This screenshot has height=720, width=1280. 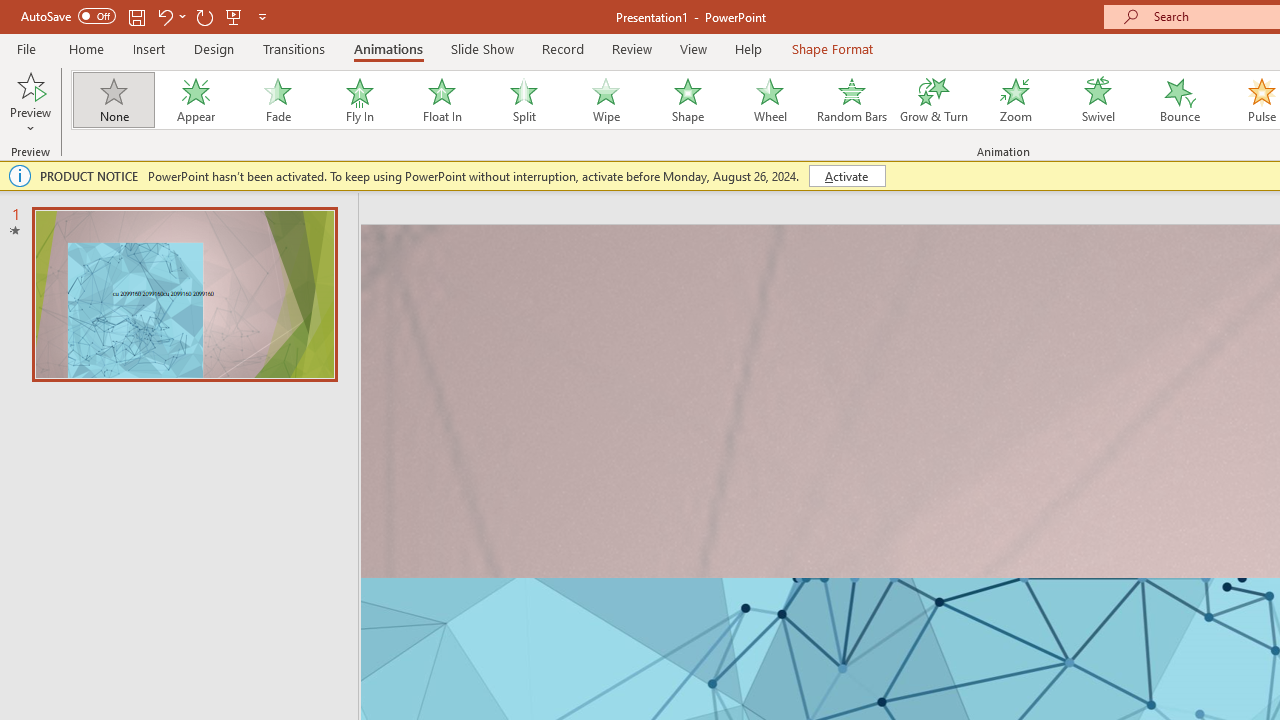 I want to click on 'Appear', so click(x=195, y=100).